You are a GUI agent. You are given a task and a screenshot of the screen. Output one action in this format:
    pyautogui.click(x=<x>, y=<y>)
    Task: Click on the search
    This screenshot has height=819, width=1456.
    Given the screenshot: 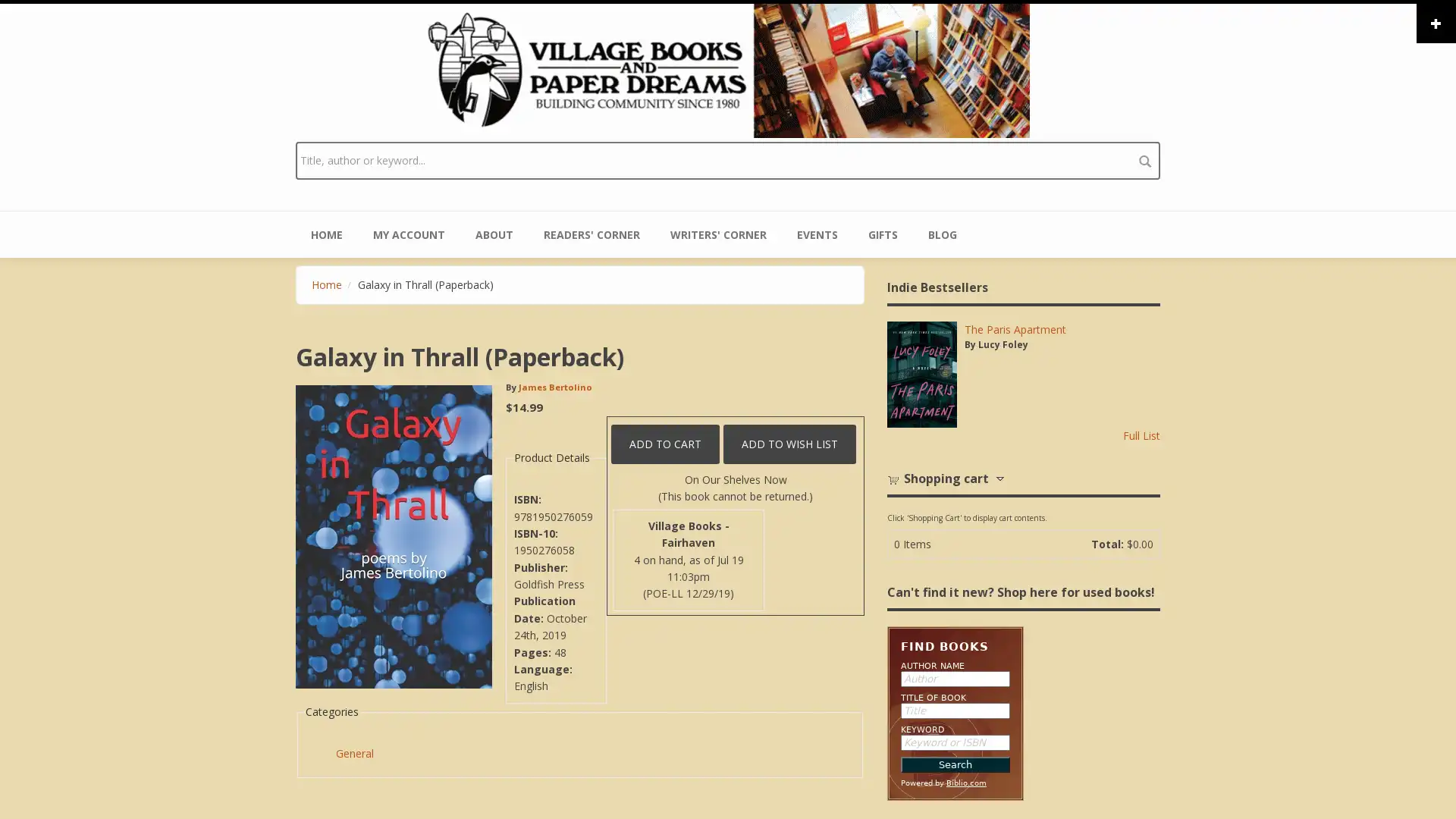 What is the action you would take?
    pyautogui.click(x=1145, y=161)
    